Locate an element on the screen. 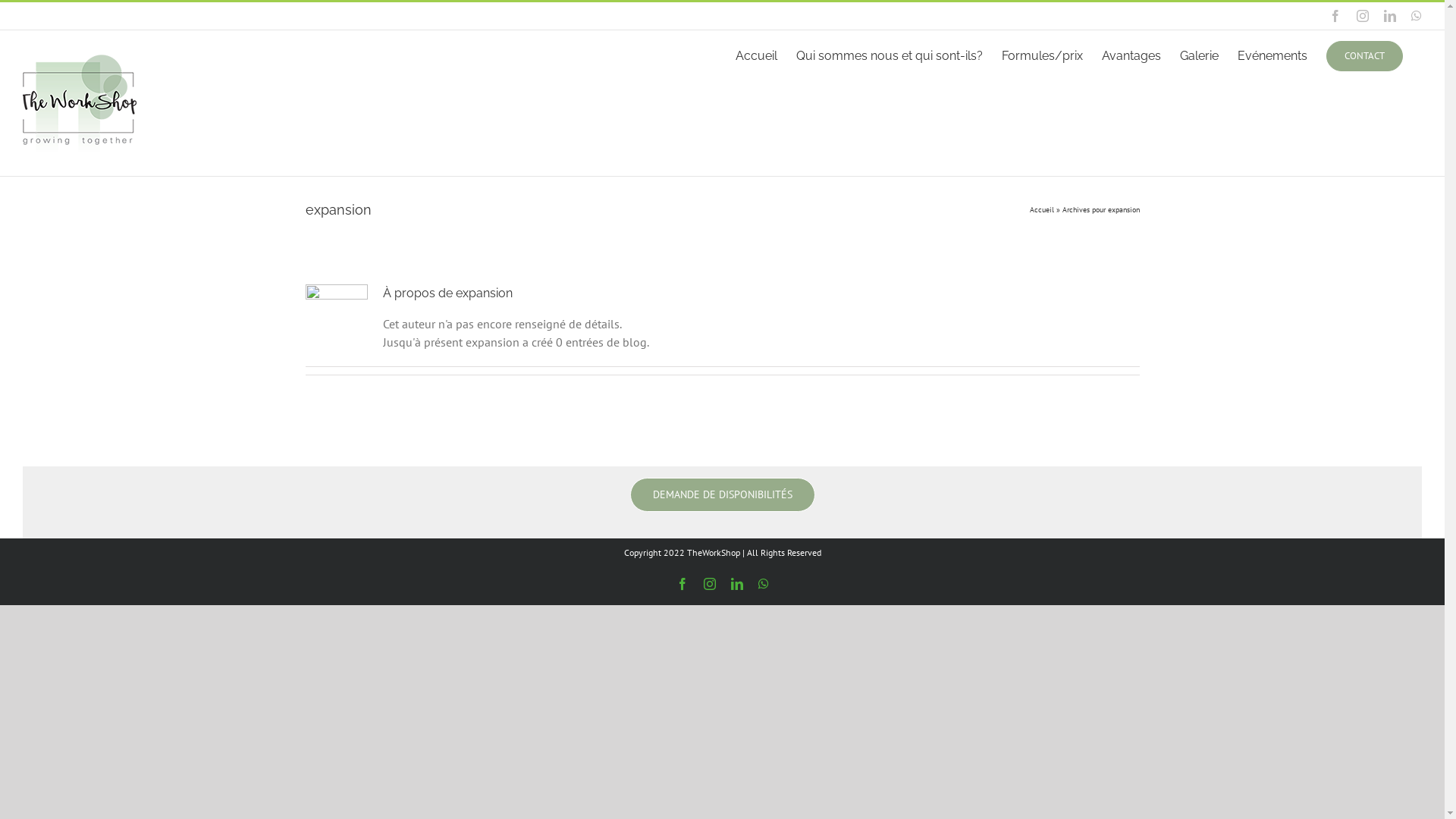 Image resolution: width=1456 pixels, height=819 pixels. 'Galerie' is located at coordinates (1198, 54).